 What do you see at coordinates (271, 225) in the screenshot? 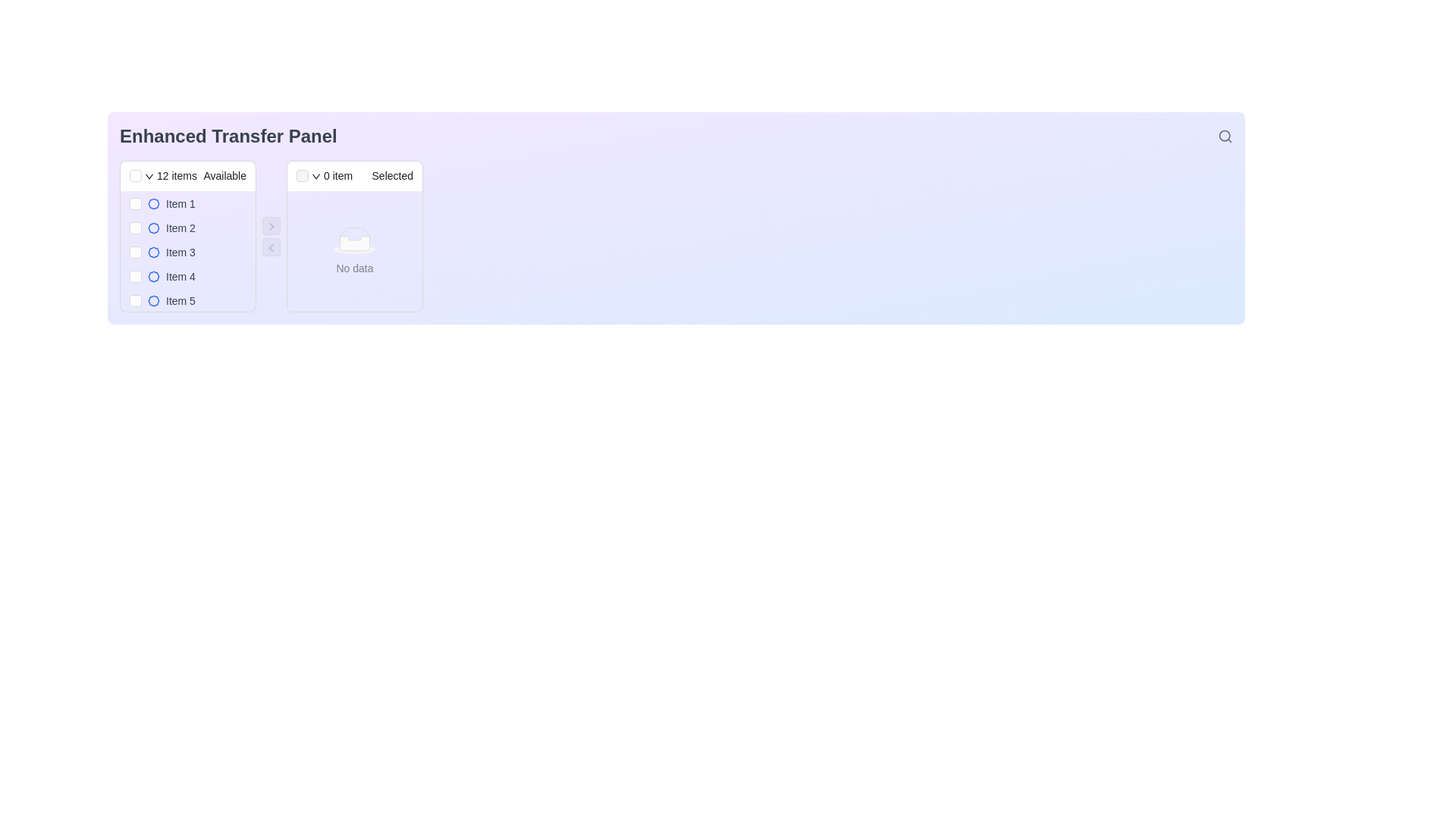
I see `the small button with a right-pointing arrow located between two list panels to transfer items` at bounding box center [271, 225].